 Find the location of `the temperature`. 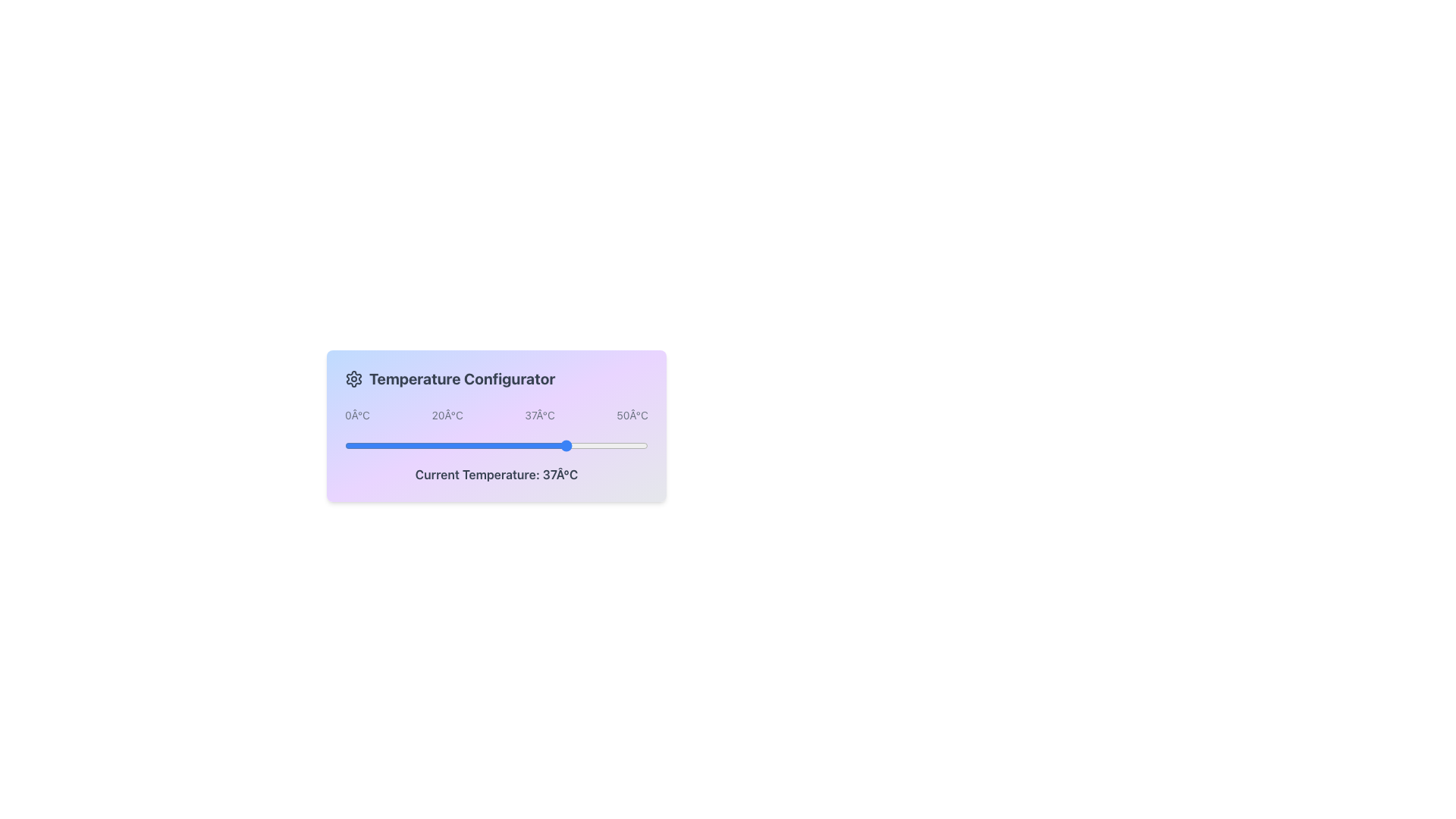

the temperature is located at coordinates (629, 444).